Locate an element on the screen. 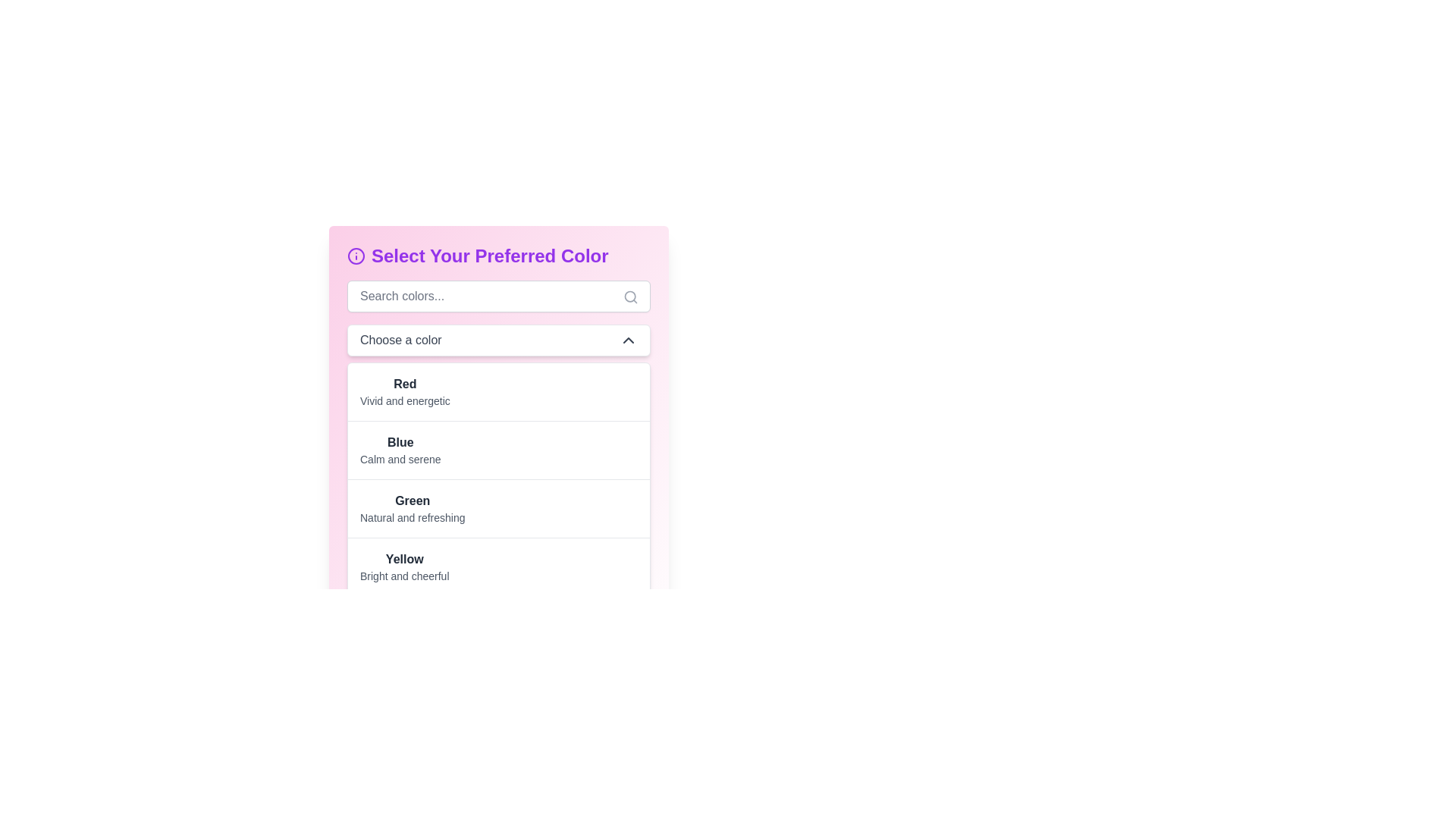  the list item representing the color 'Blue', which is the second item in the scrollable list below the 'Choose a color' dropdown is located at coordinates (498, 449).